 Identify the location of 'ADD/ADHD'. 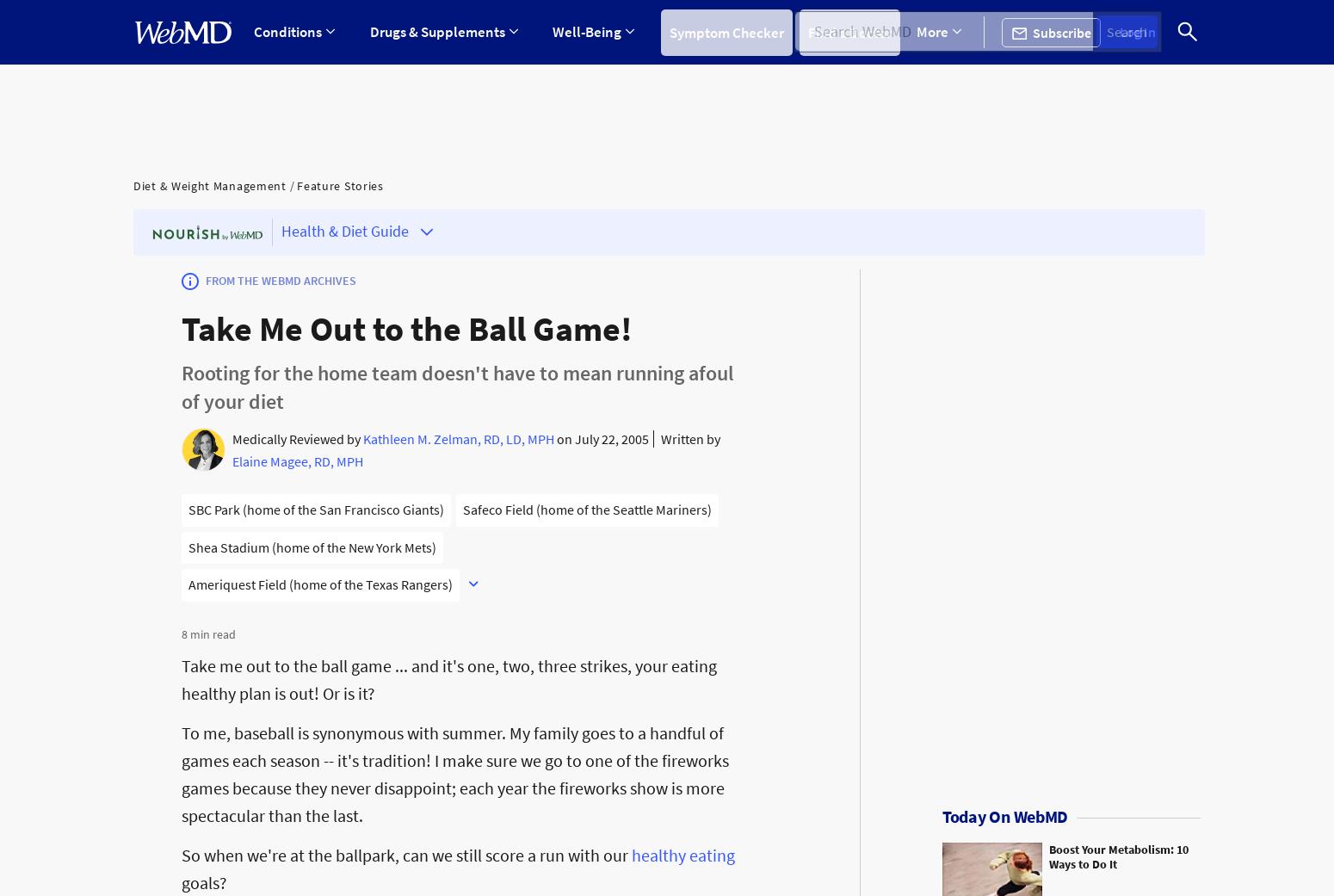
(215, 108).